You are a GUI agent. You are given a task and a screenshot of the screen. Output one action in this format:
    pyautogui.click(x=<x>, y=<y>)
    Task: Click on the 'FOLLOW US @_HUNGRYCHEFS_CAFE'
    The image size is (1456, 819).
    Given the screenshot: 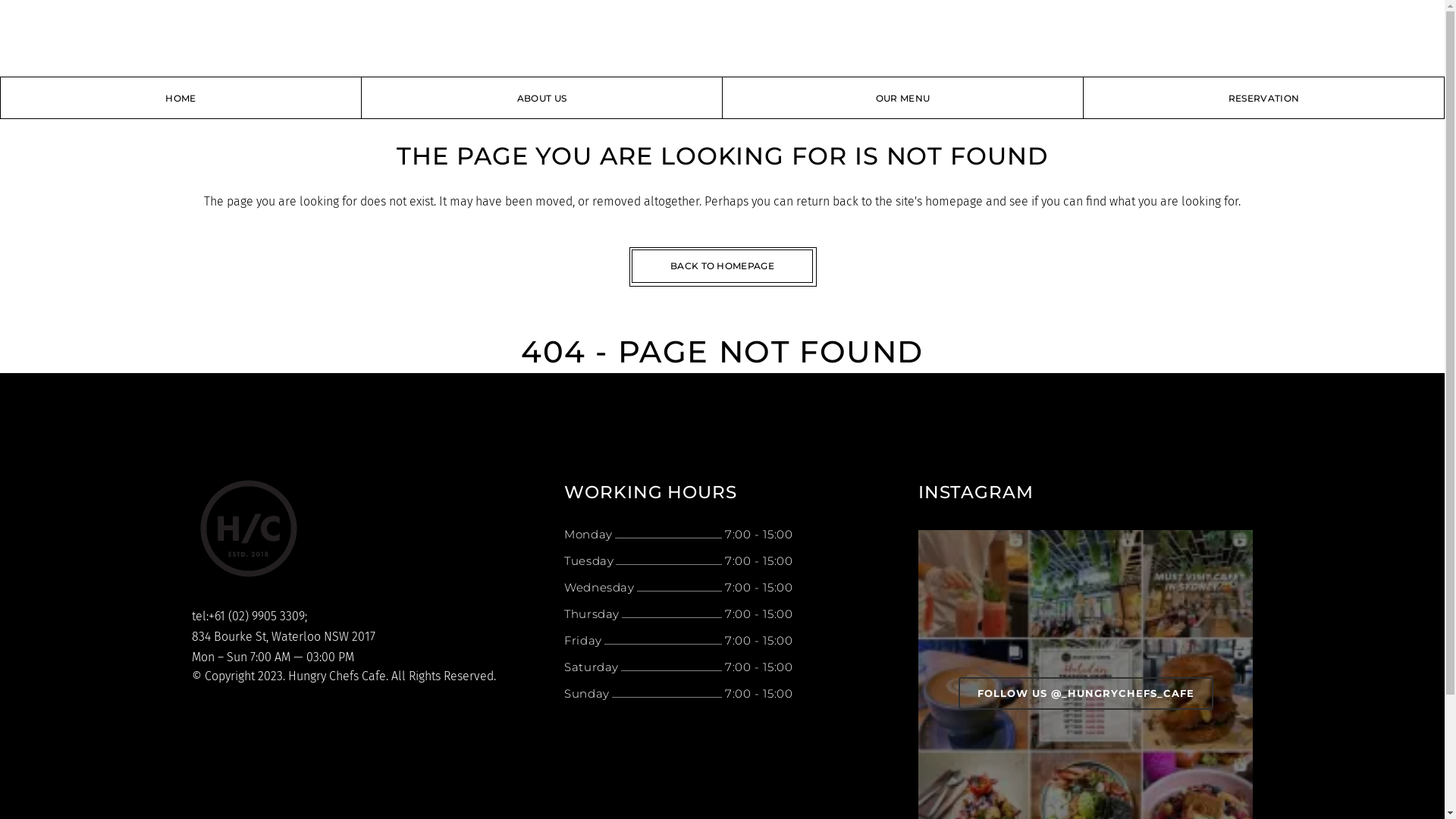 What is the action you would take?
    pyautogui.click(x=1084, y=692)
    